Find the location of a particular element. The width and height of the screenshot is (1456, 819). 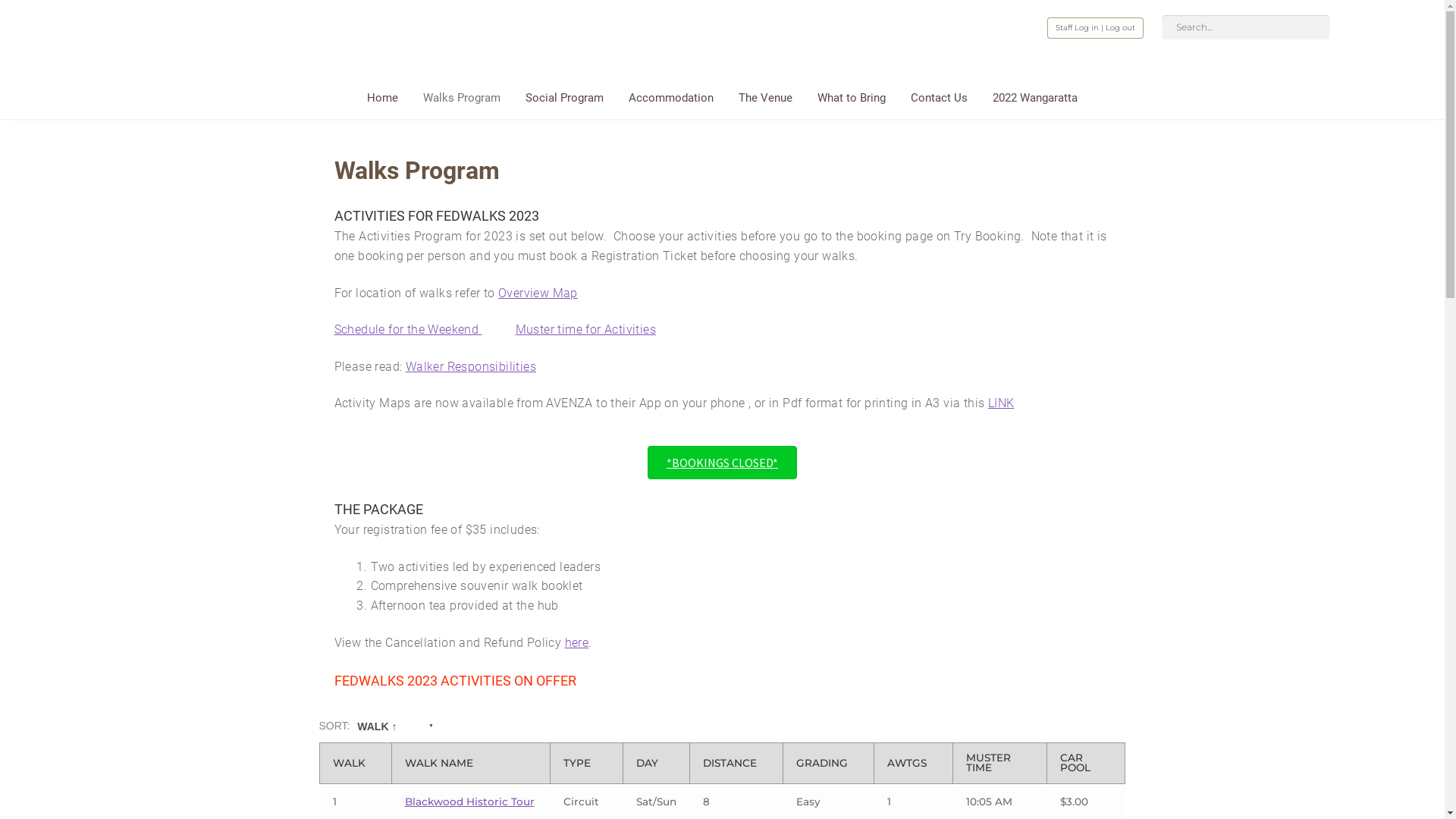

'here' is located at coordinates (576, 642).